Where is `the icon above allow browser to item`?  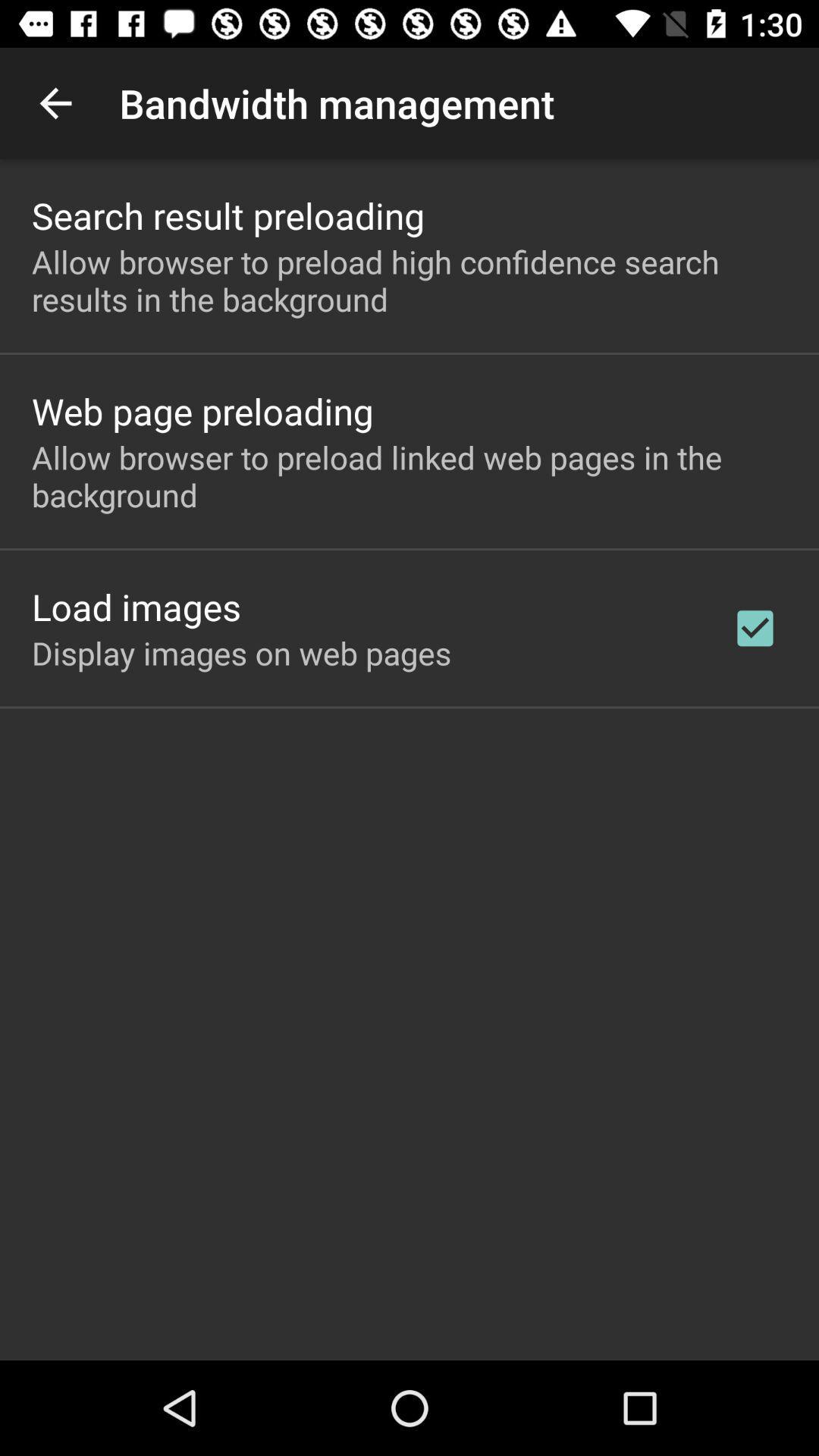 the icon above allow browser to item is located at coordinates (202, 411).